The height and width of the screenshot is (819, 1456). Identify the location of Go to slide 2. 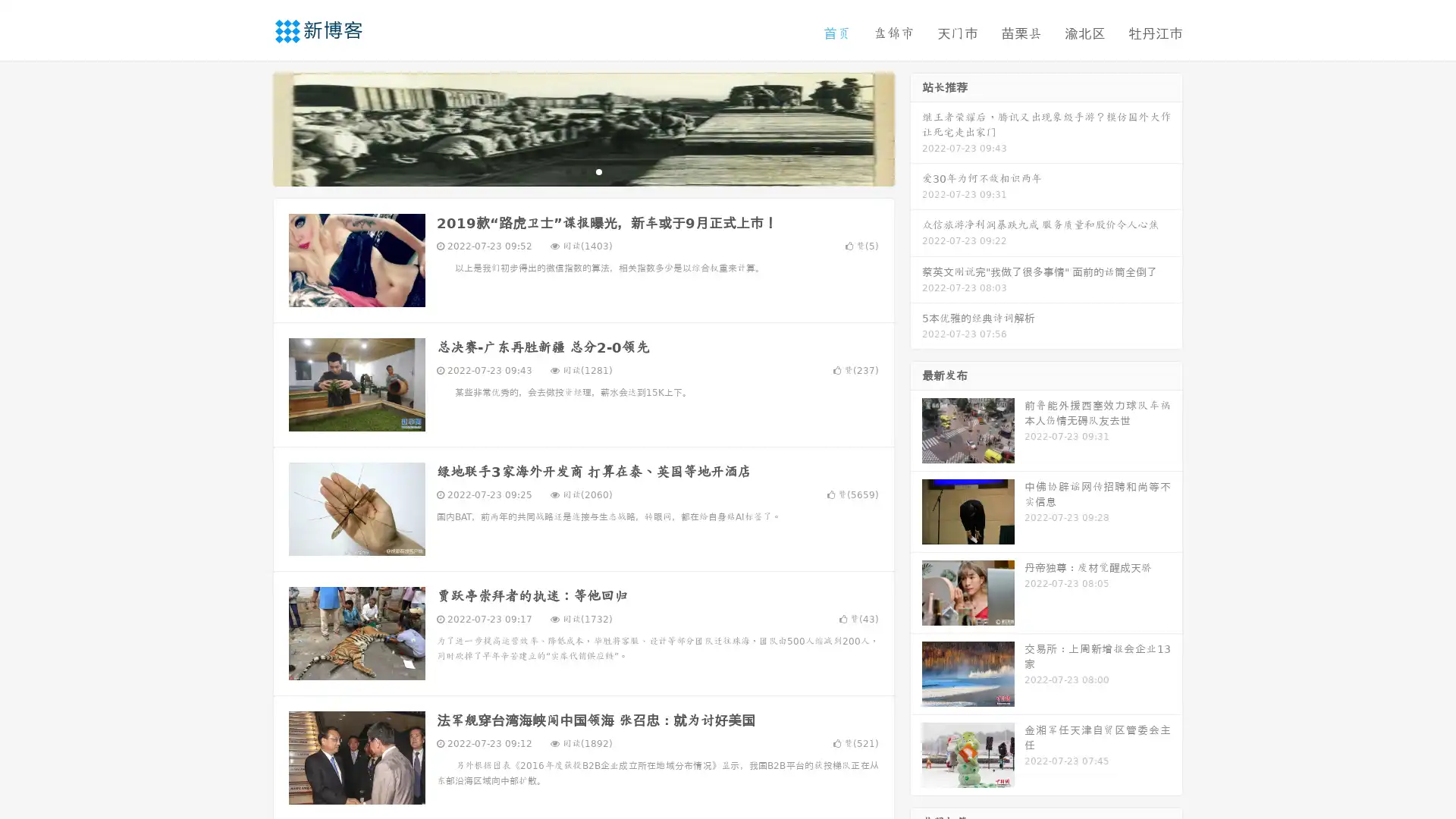
(582, 171).